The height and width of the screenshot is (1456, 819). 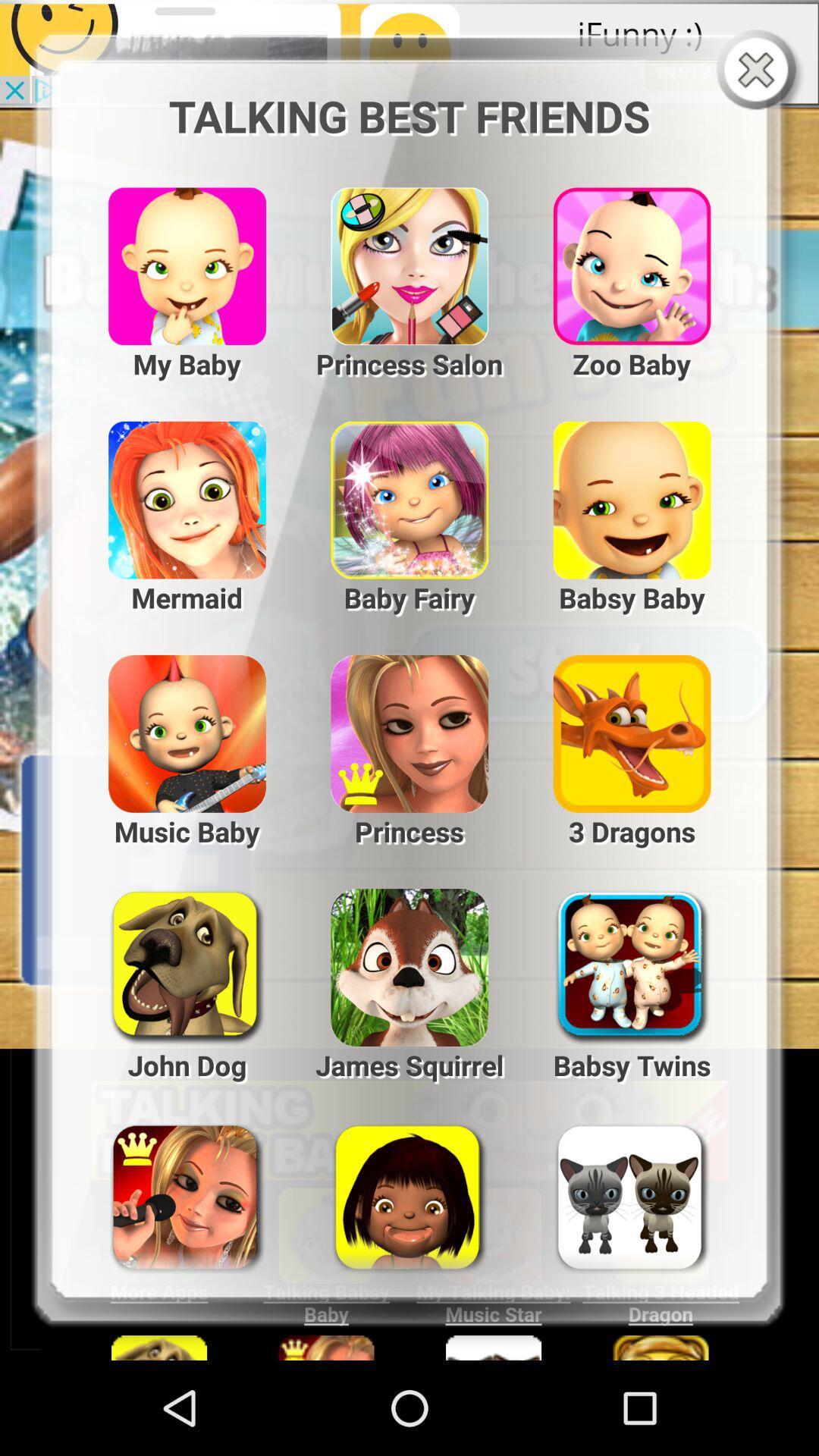 What do you see at coordinates (759, 71) in the screenshot?
I see `the popup` at bounding box center [759, 71].